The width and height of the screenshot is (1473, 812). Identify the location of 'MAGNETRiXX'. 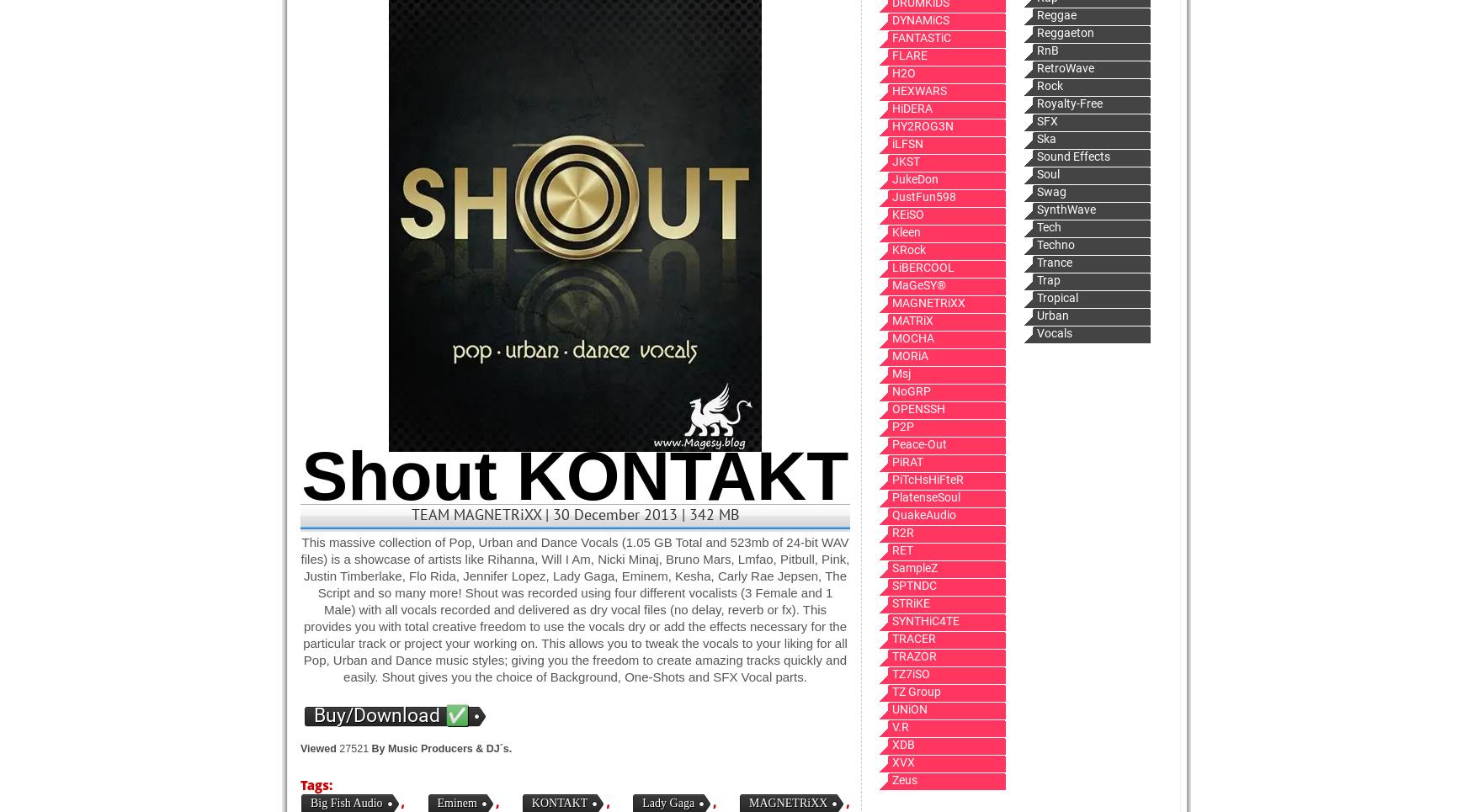
(787, 803).